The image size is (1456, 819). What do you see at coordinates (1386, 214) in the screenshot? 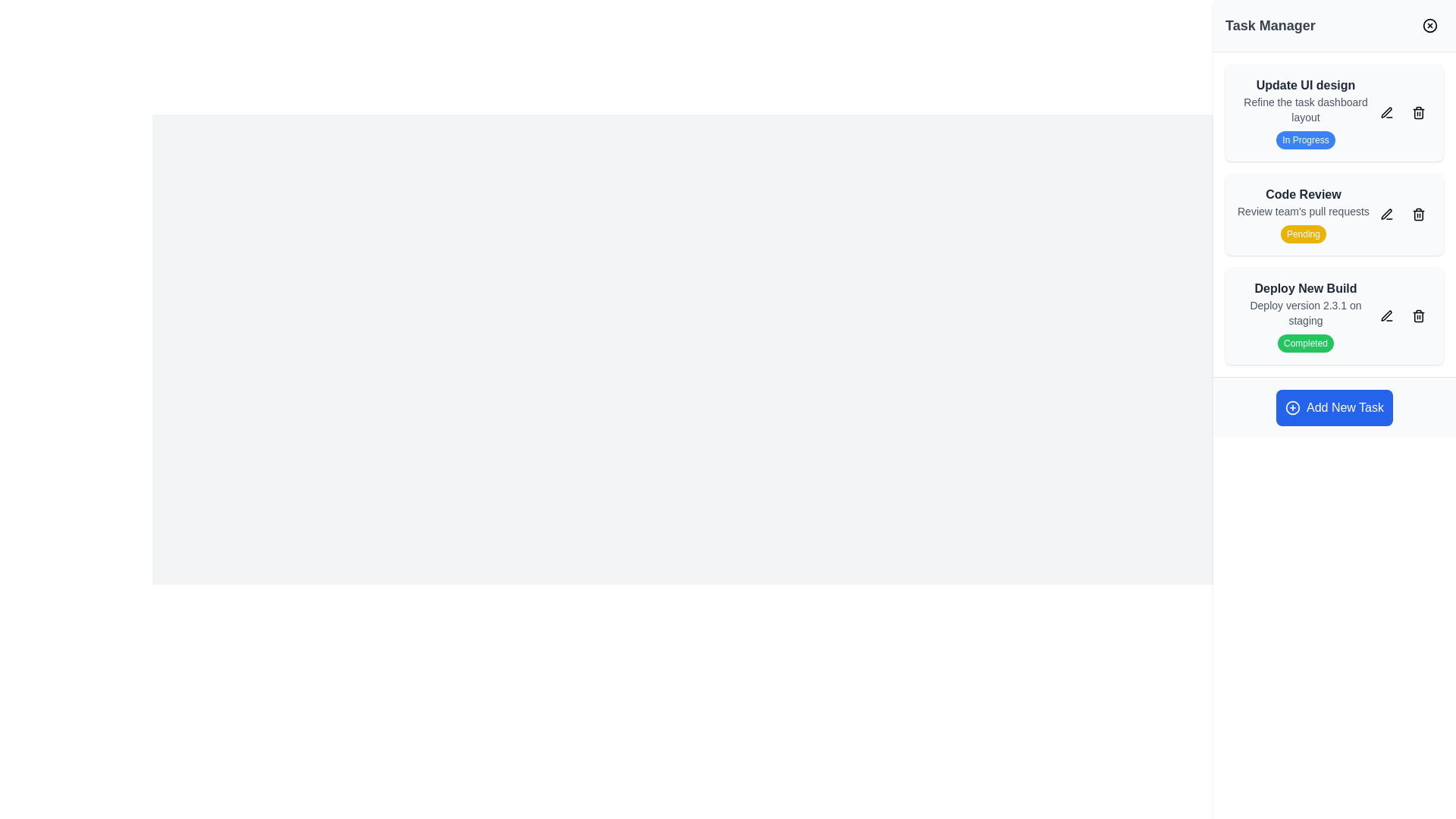
I see `the Edit Action icon button, which is styled as a pen and line, located within the 'Code Review' card in the right-hand panel of the application under 'Task Manager.'` at bounding box center [1386, 214].